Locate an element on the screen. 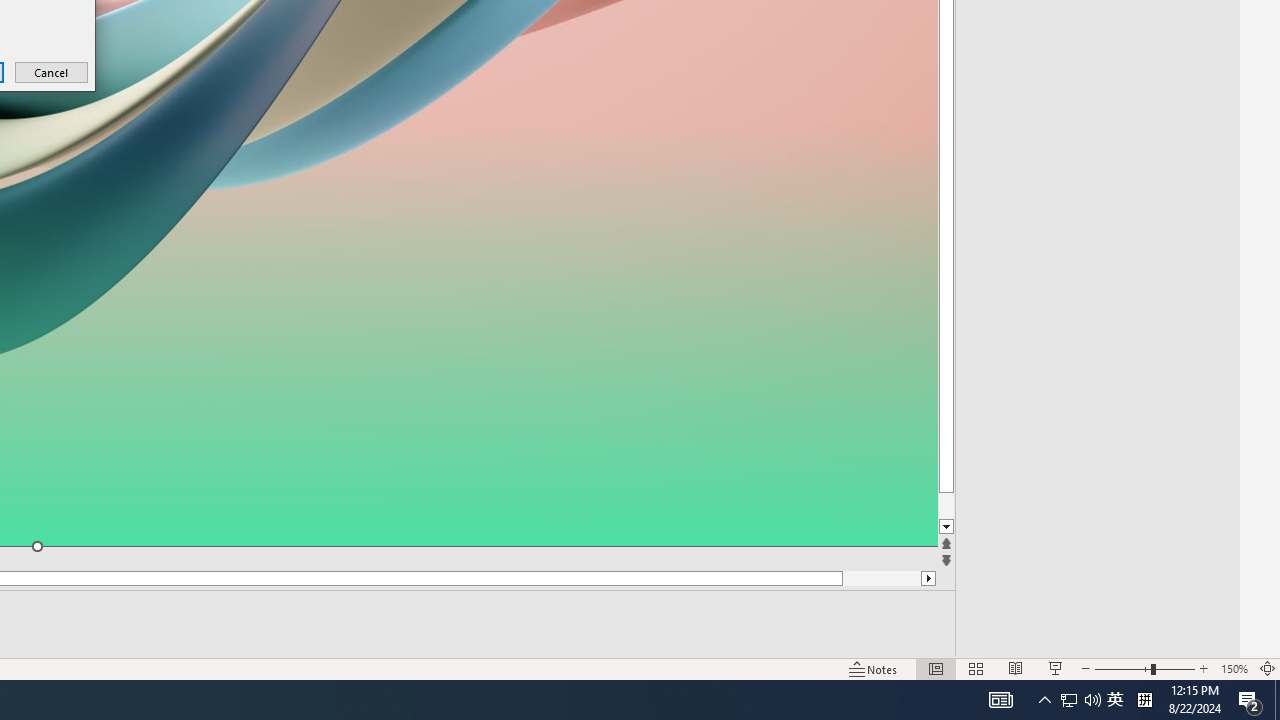  'Zoom 150%' is located at coordinates (1233, 669).